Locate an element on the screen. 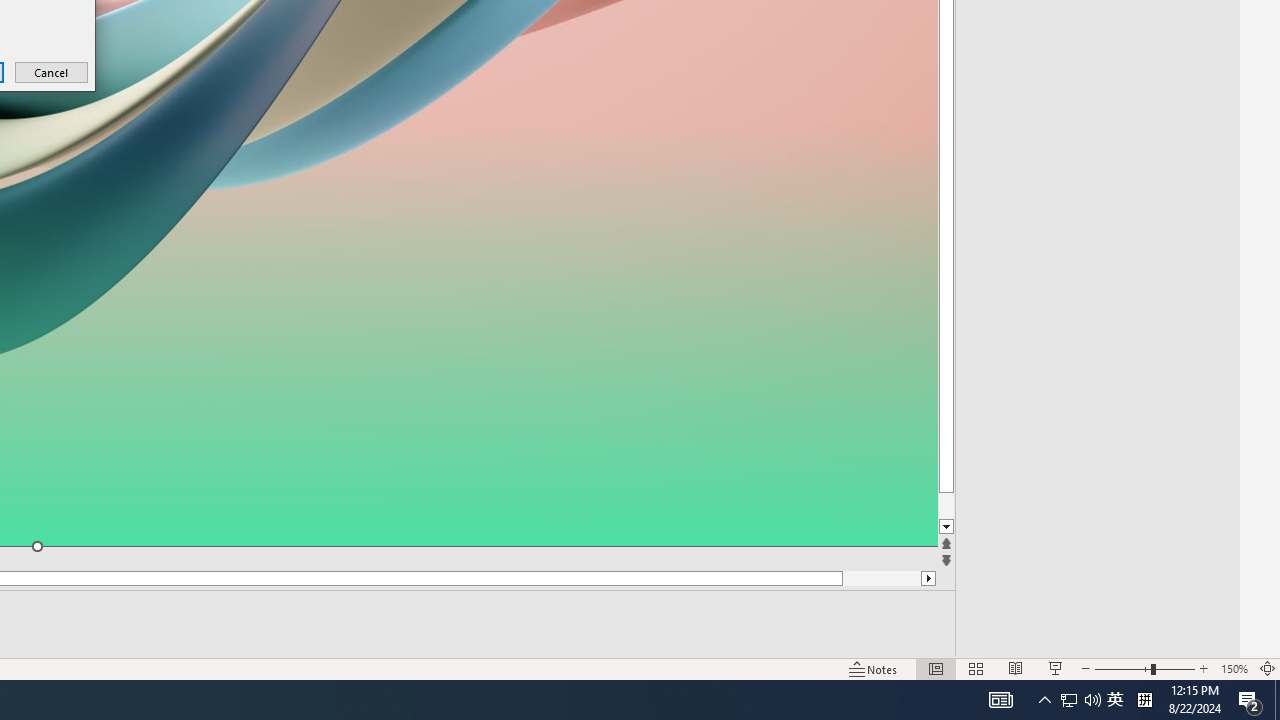  'Zoom 150%' is located at coordinates (1233, 669).